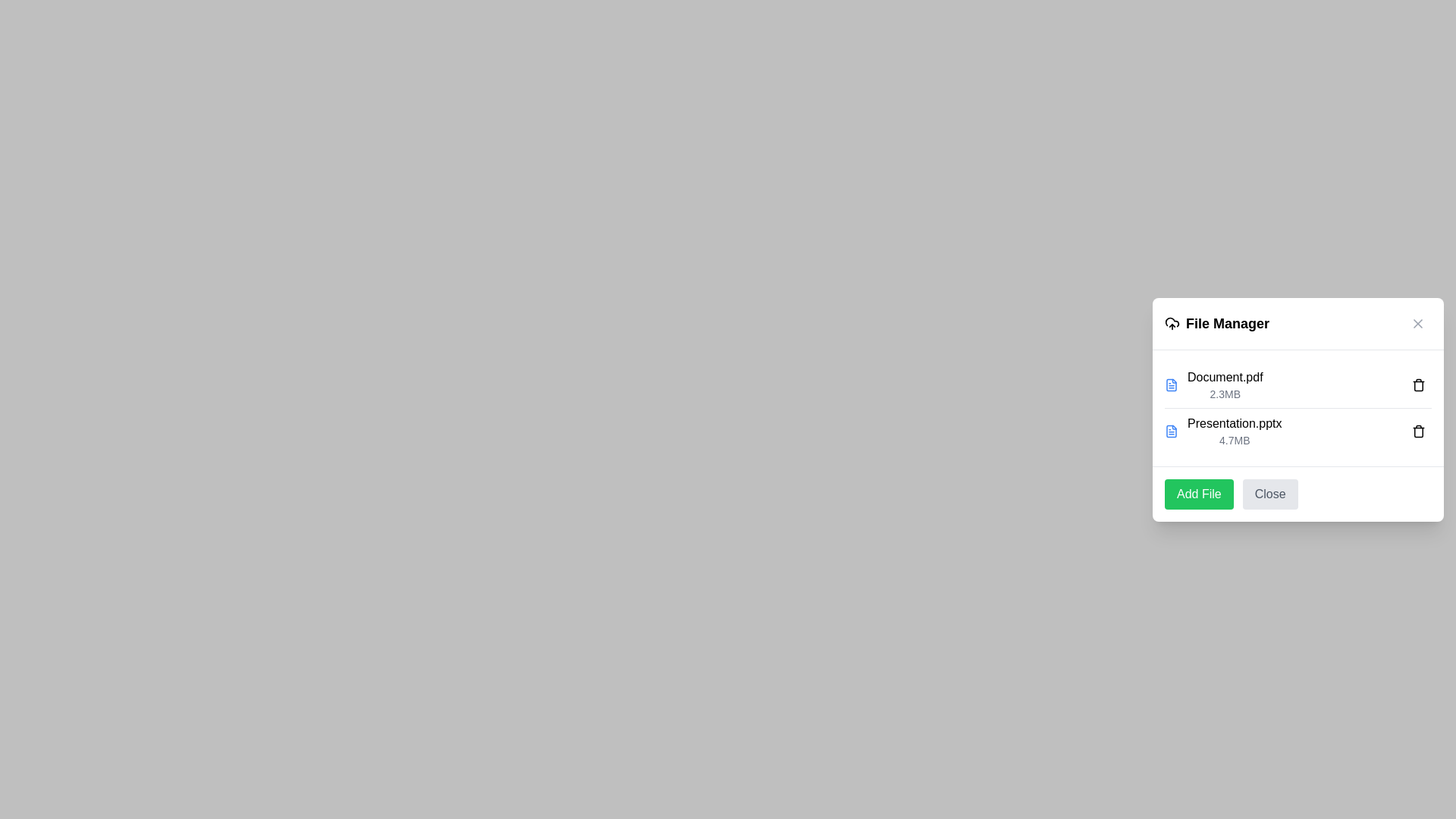 This screenshot has width=1456, height=819. Describe the element at coordinates (1417, 322) in the screenshot. I see `the close button ('X') located at the upper right corner of the 'File Manager' heading` at that location.